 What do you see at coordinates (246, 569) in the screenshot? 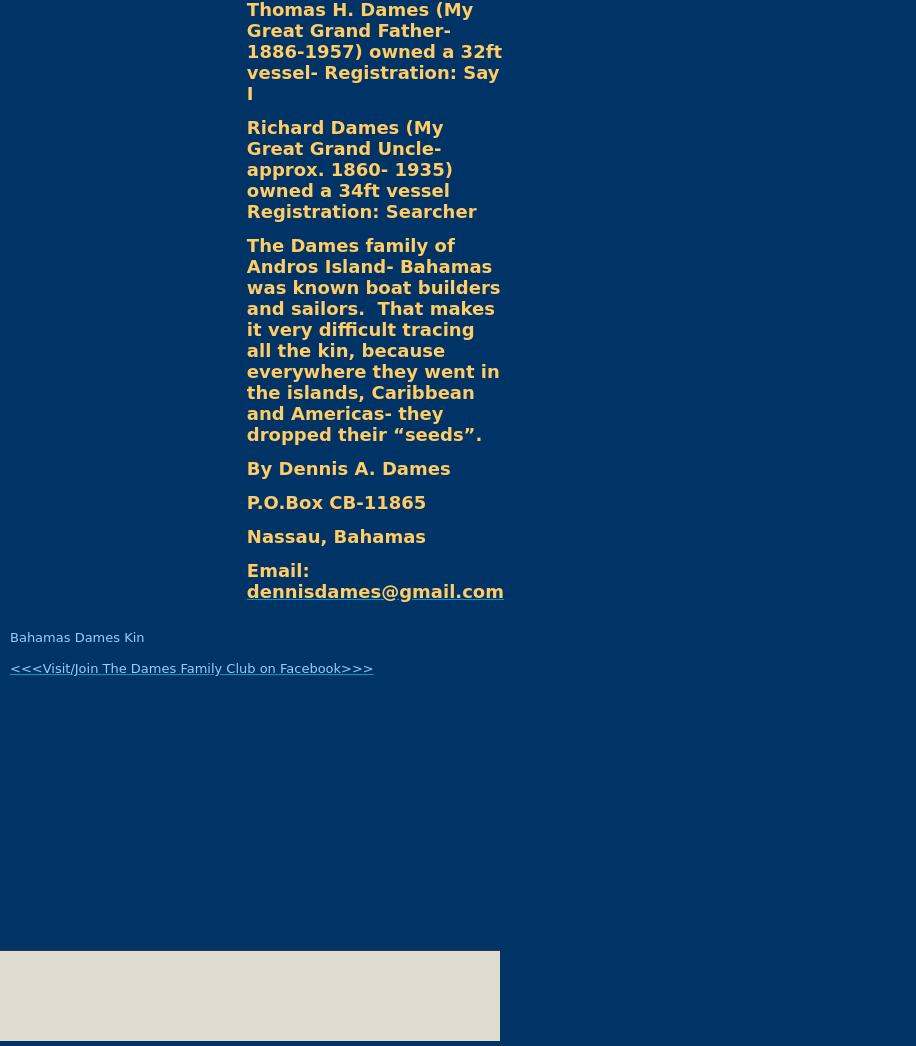
I see `'Email:'` at bounding box center [246, 569].